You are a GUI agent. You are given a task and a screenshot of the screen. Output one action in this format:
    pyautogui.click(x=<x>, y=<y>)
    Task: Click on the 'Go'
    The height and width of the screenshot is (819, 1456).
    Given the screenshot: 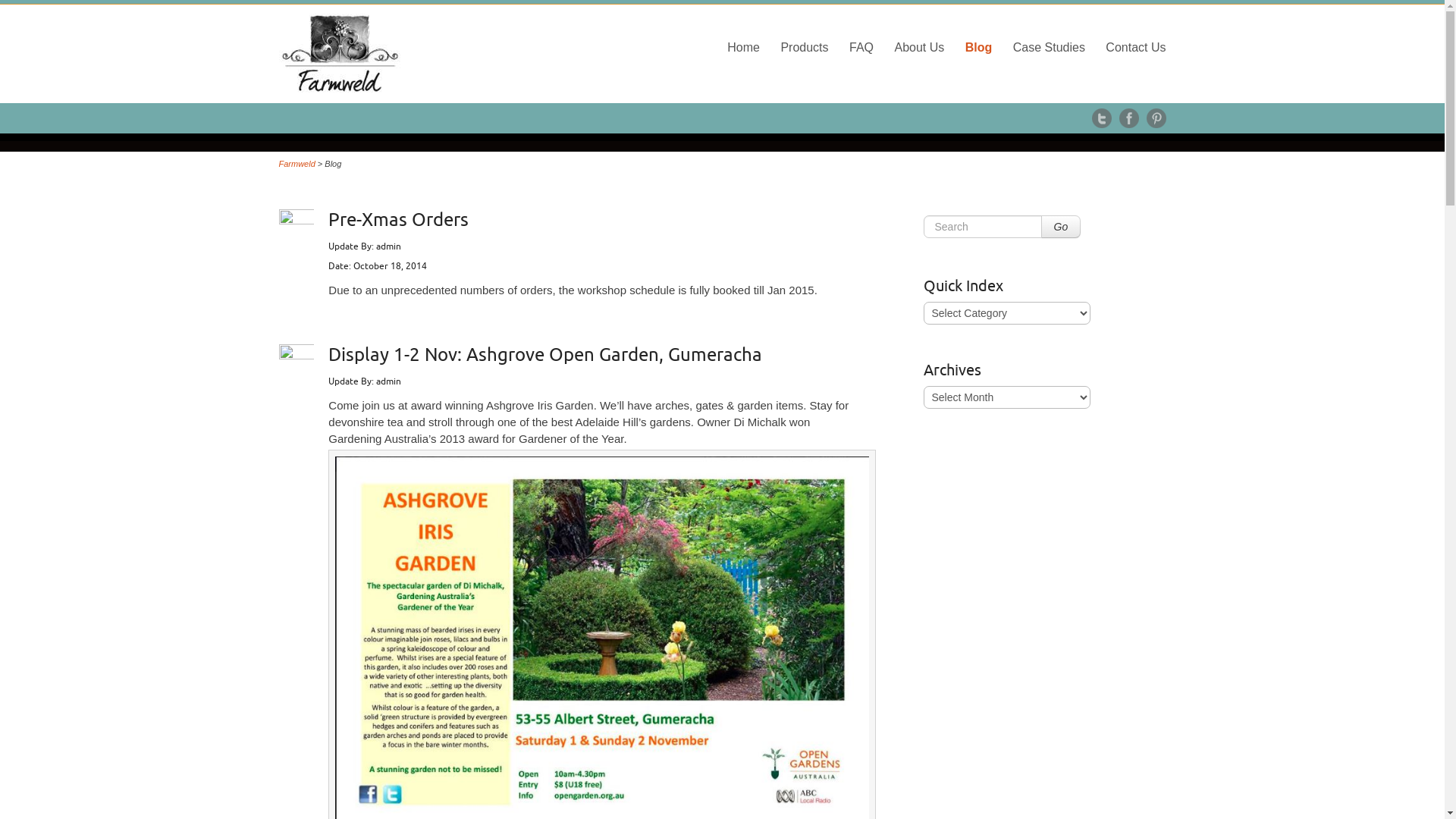 What is the action you would take?
    pyautogui.click(x=1059, y=227)
    